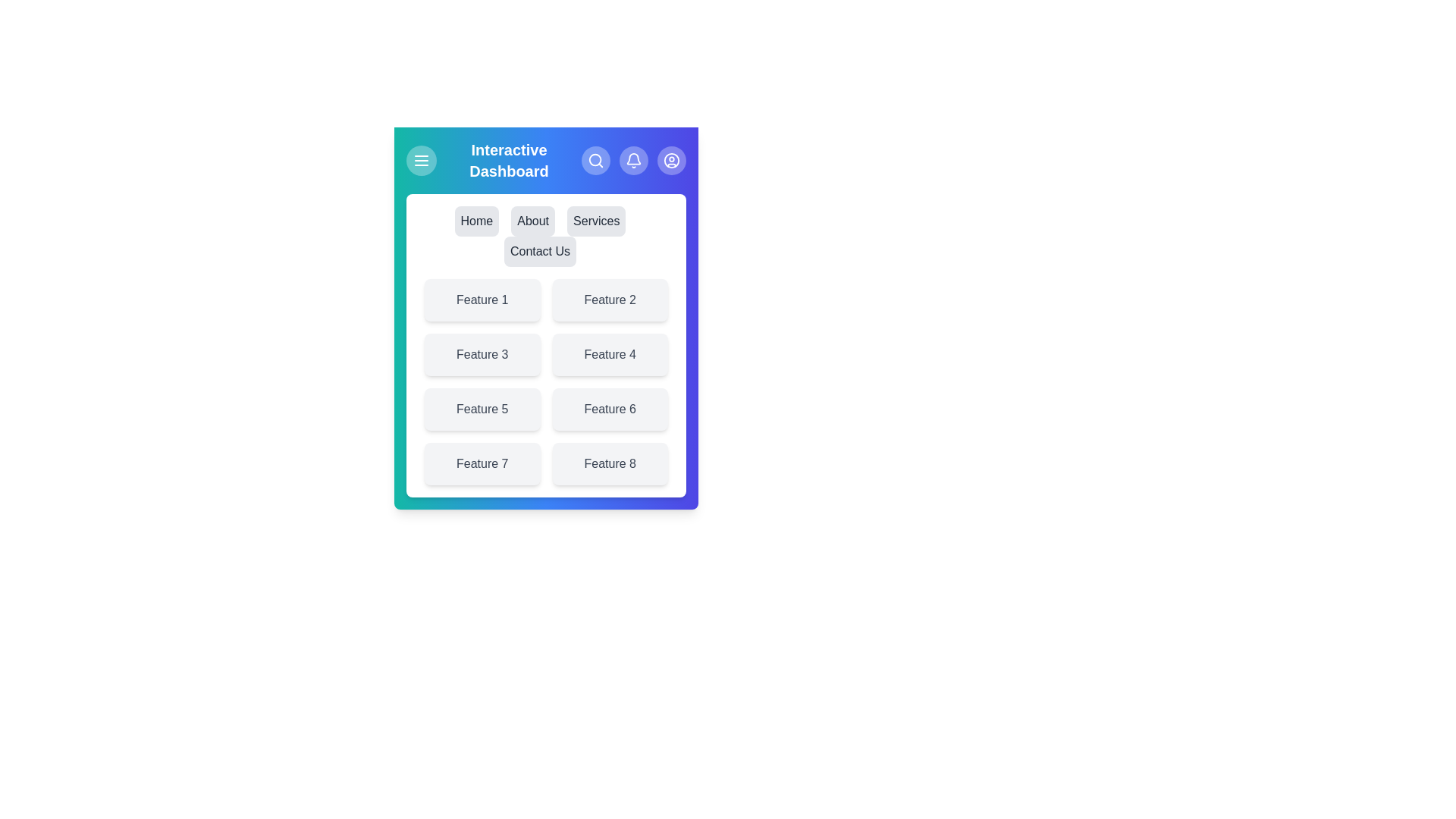 The width and height of the screenshot is (1456, 819). I want to click on the menu item labeled Contact Us to navigate to the respective page, so click(540, 250).